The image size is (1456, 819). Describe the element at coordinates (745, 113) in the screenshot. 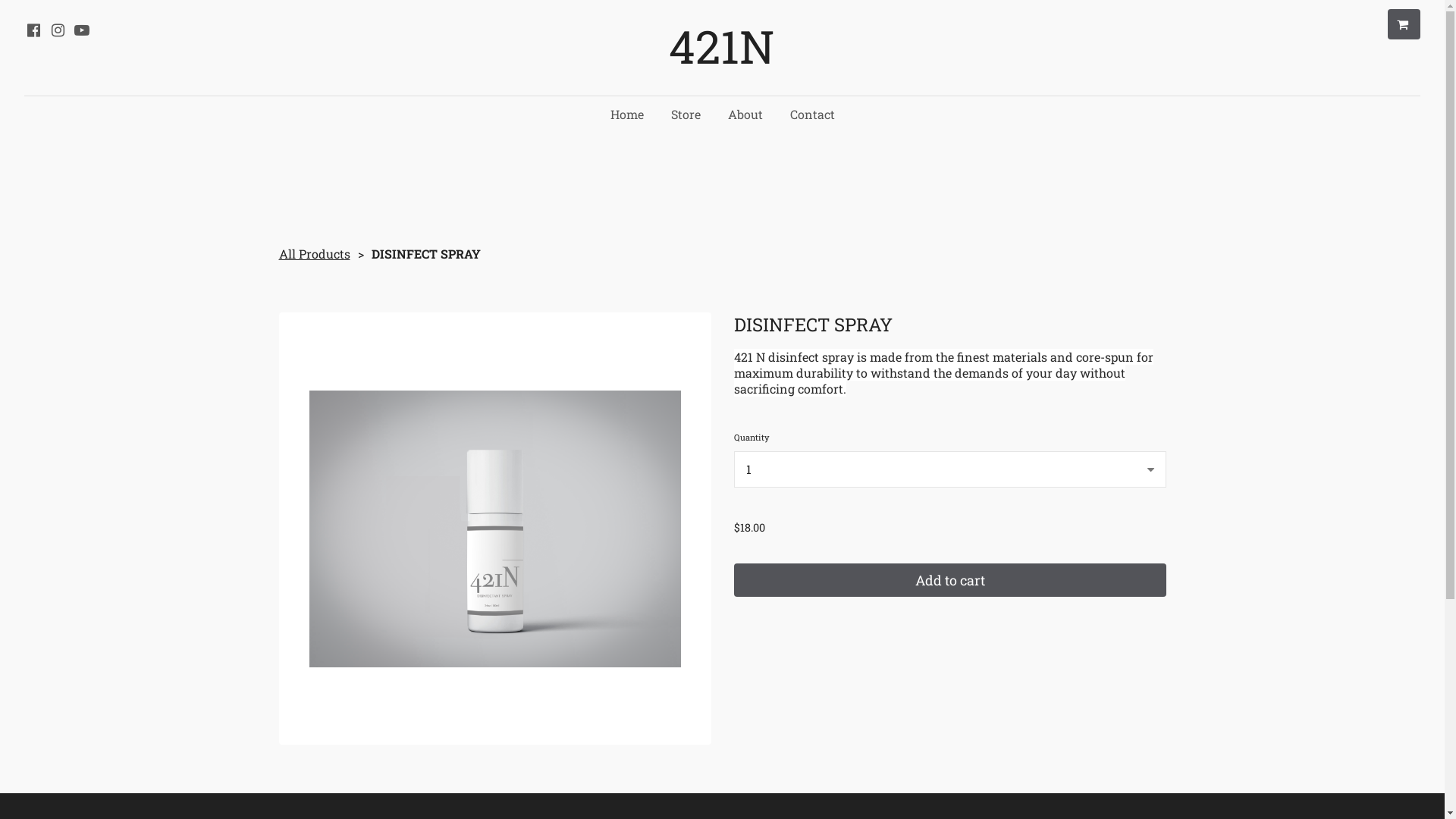

I see `'About'` at that location.